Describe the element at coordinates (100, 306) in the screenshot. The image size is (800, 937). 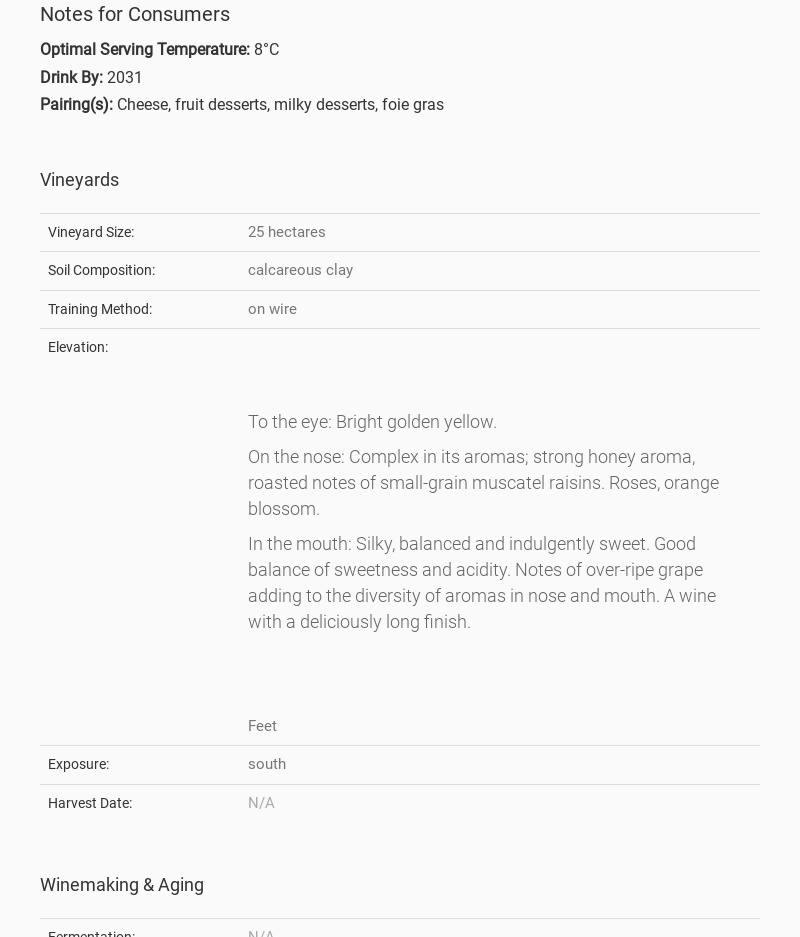
I see `'Training Method:'` at that location.